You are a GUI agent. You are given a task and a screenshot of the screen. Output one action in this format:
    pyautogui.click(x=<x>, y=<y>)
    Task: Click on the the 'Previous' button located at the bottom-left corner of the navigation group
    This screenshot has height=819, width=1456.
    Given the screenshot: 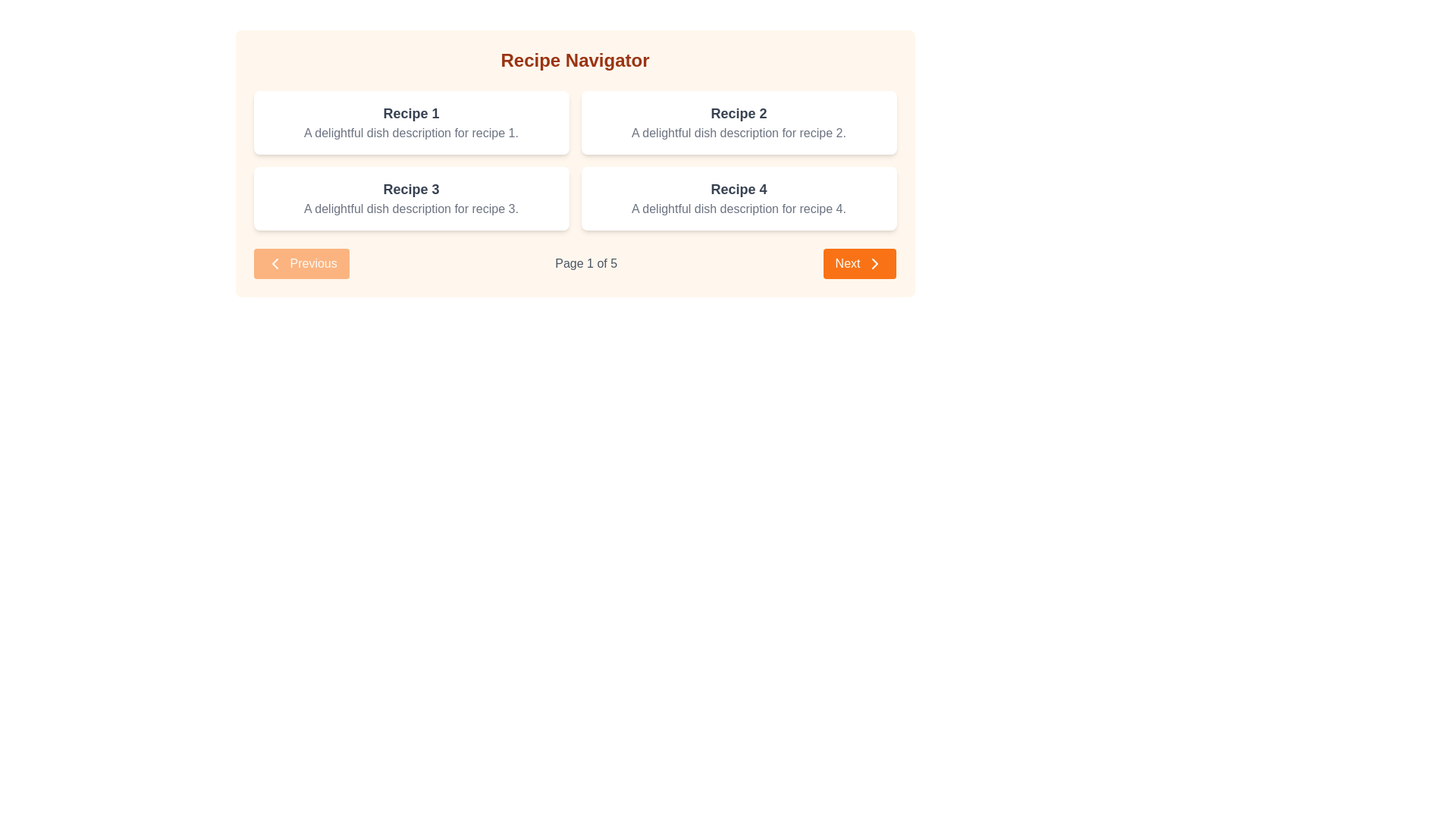 What is the action you would take?
    pyautogui.click(x=301, y=262)
    